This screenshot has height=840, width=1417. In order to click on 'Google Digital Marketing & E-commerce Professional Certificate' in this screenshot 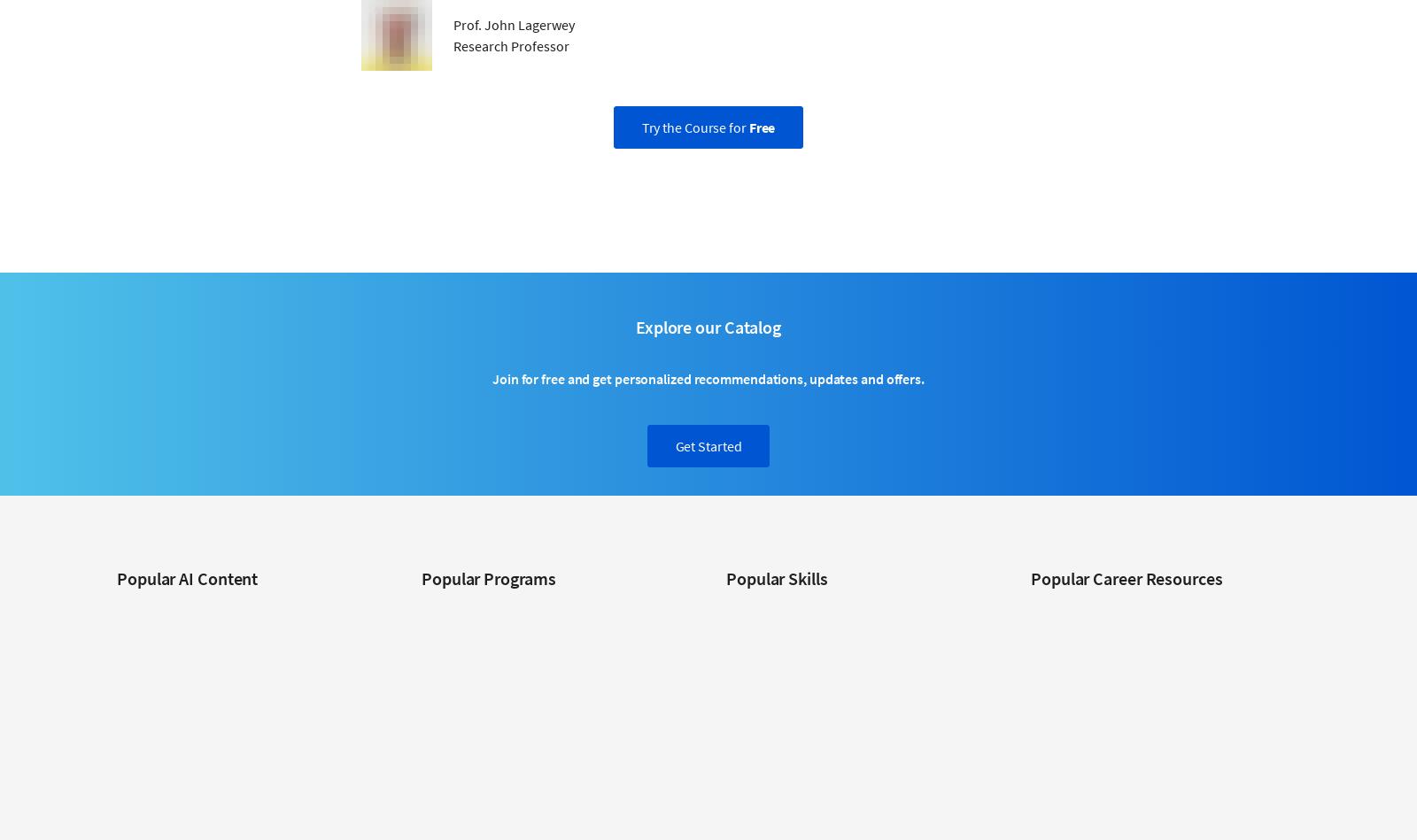, I will do `click(524, 672)`.